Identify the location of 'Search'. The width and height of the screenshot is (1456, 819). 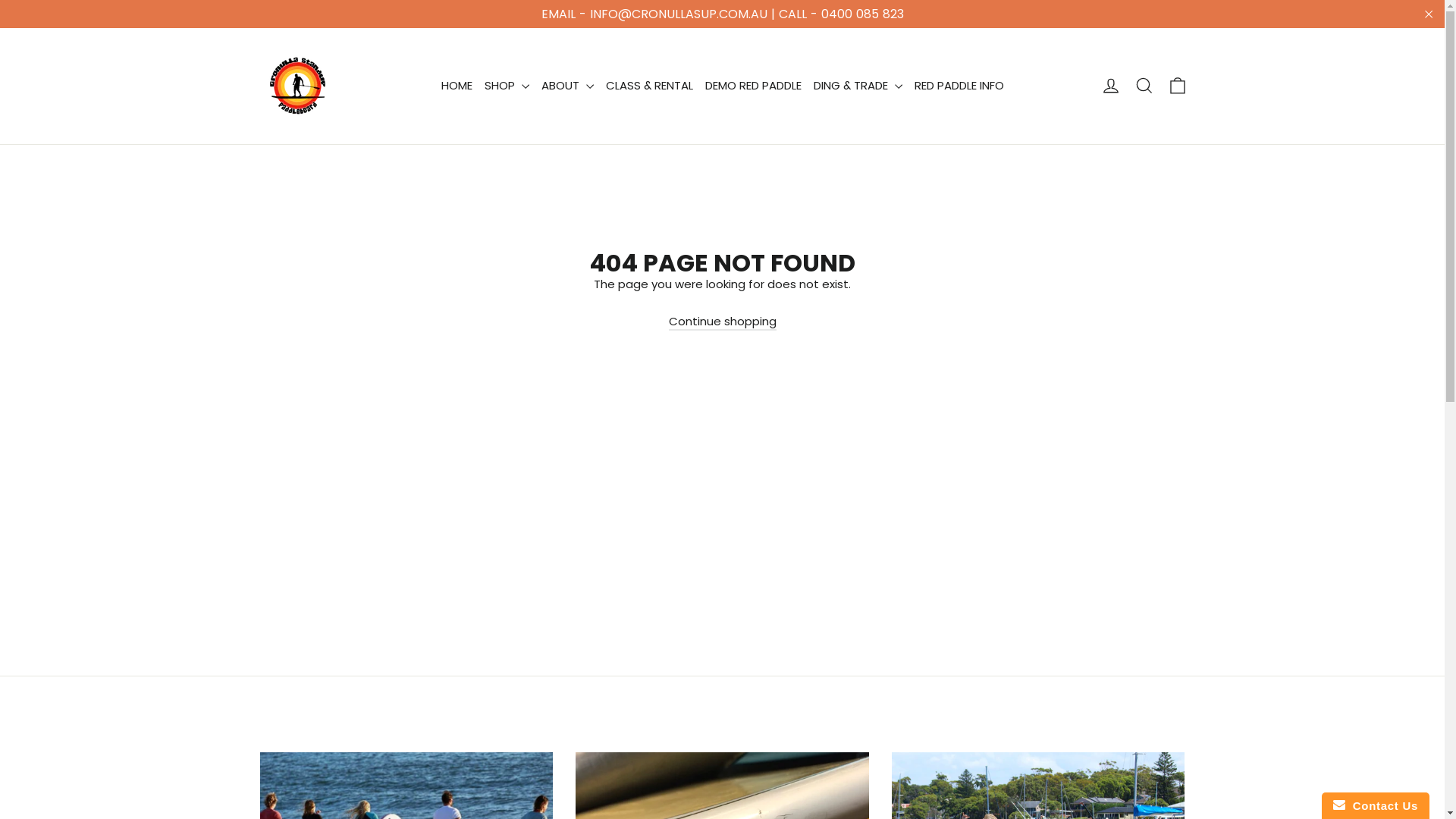
(1143, 85).